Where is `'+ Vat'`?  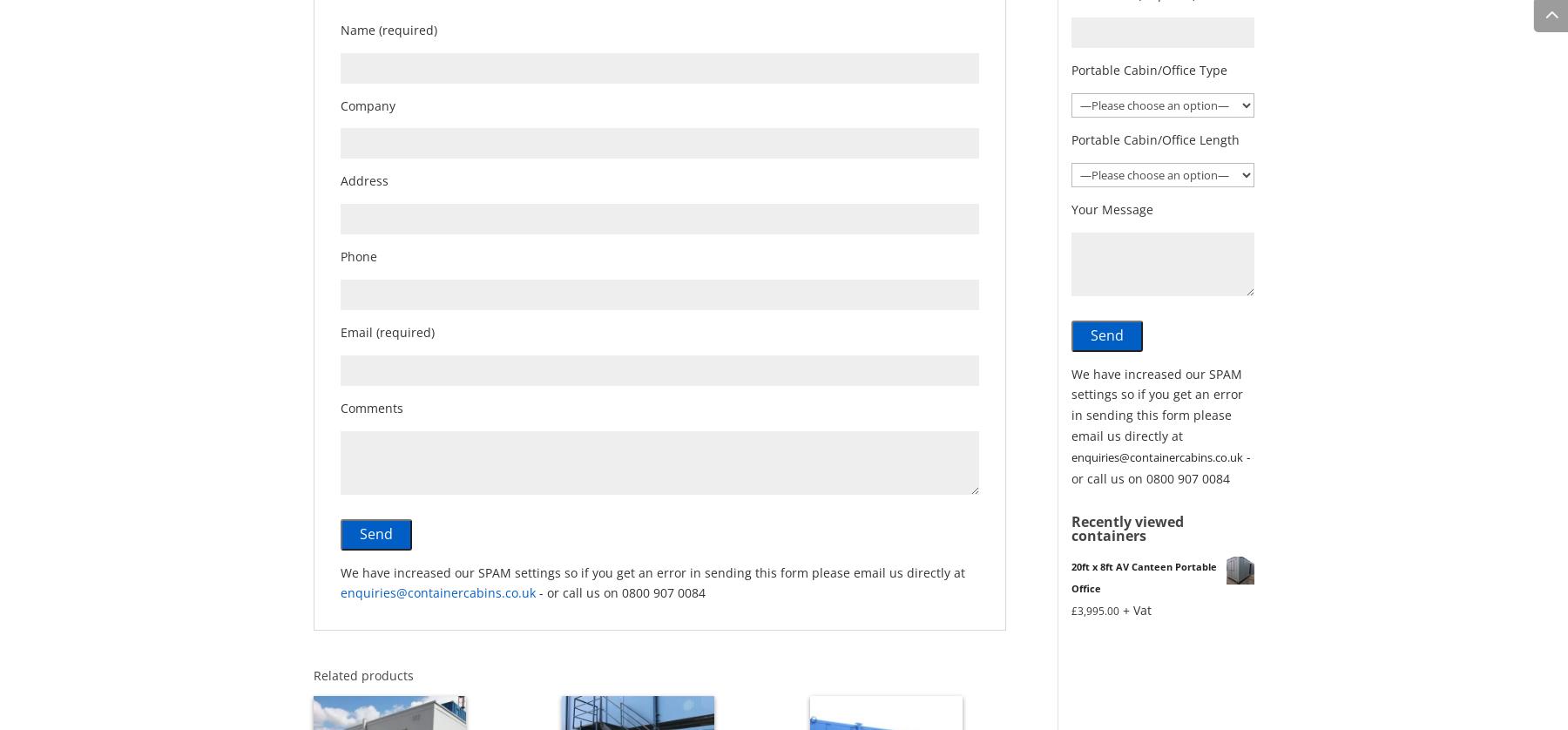 '+ Vat' is located at coordinates (1122, 608).